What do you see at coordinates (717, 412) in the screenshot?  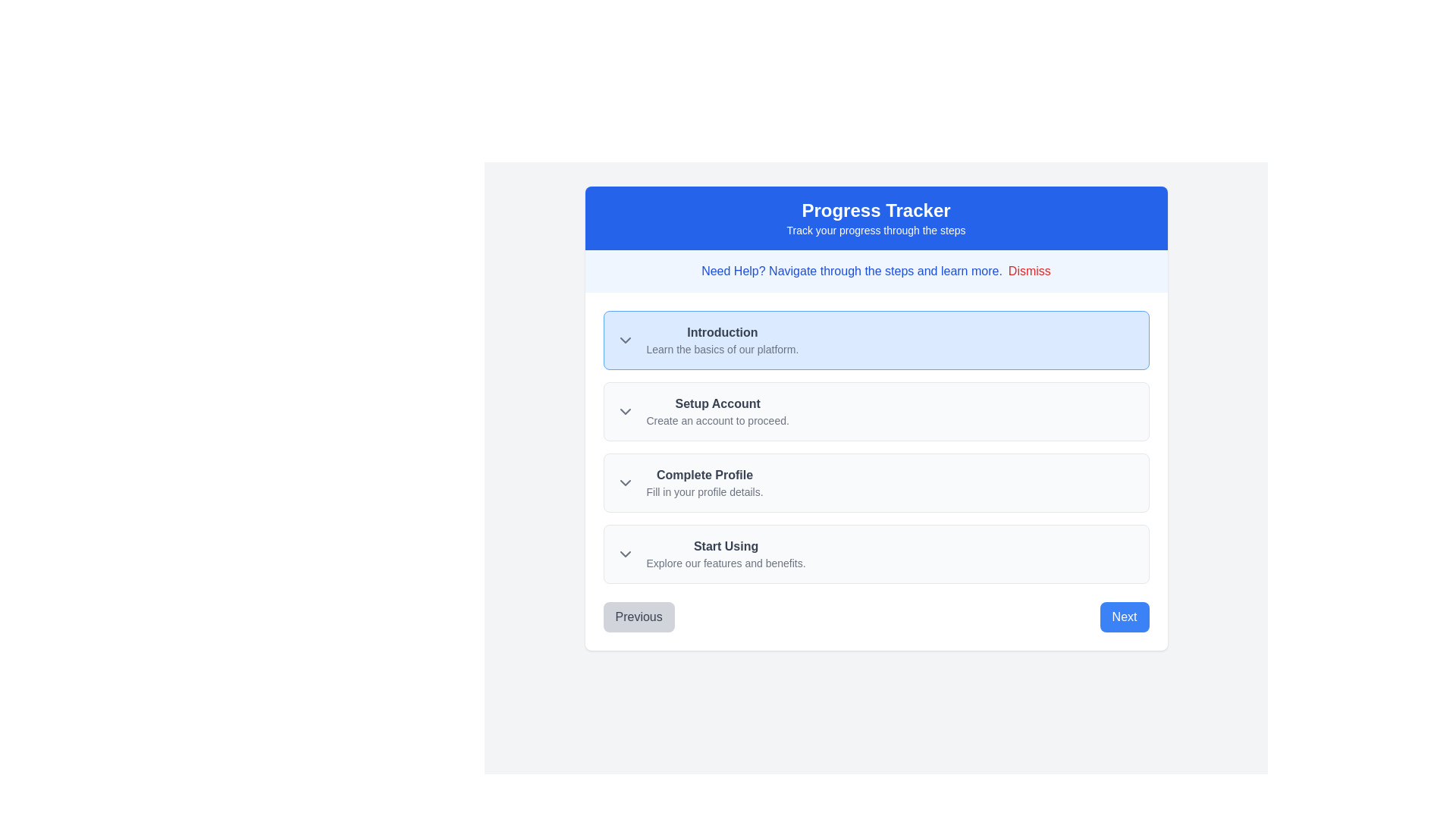 I see `text element indicating the second step in the progress tracker, which guides the user to set up an account` at bounding box center [717, 412].